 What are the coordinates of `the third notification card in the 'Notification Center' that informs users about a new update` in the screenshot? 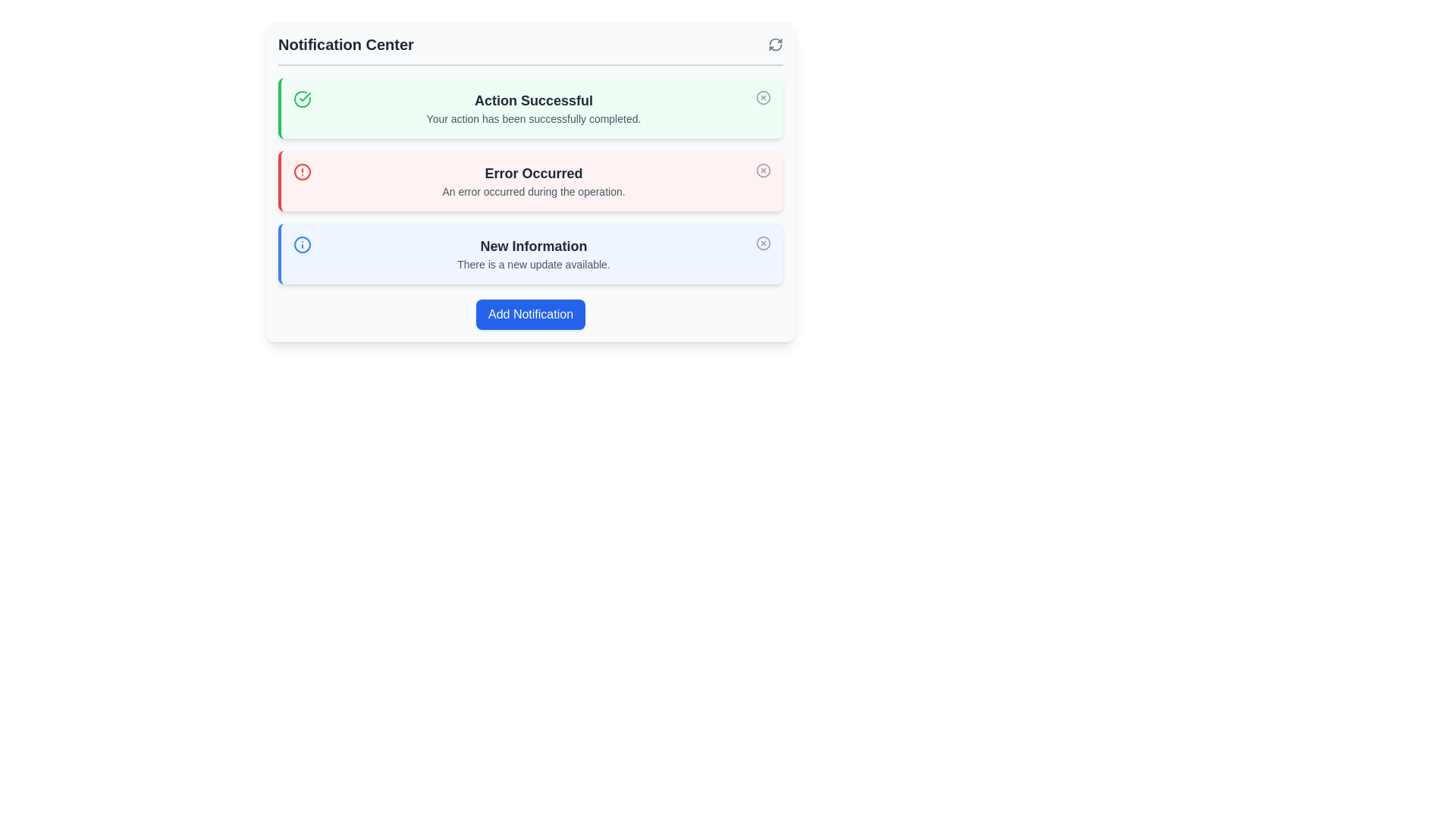 It's located at (531, 253).